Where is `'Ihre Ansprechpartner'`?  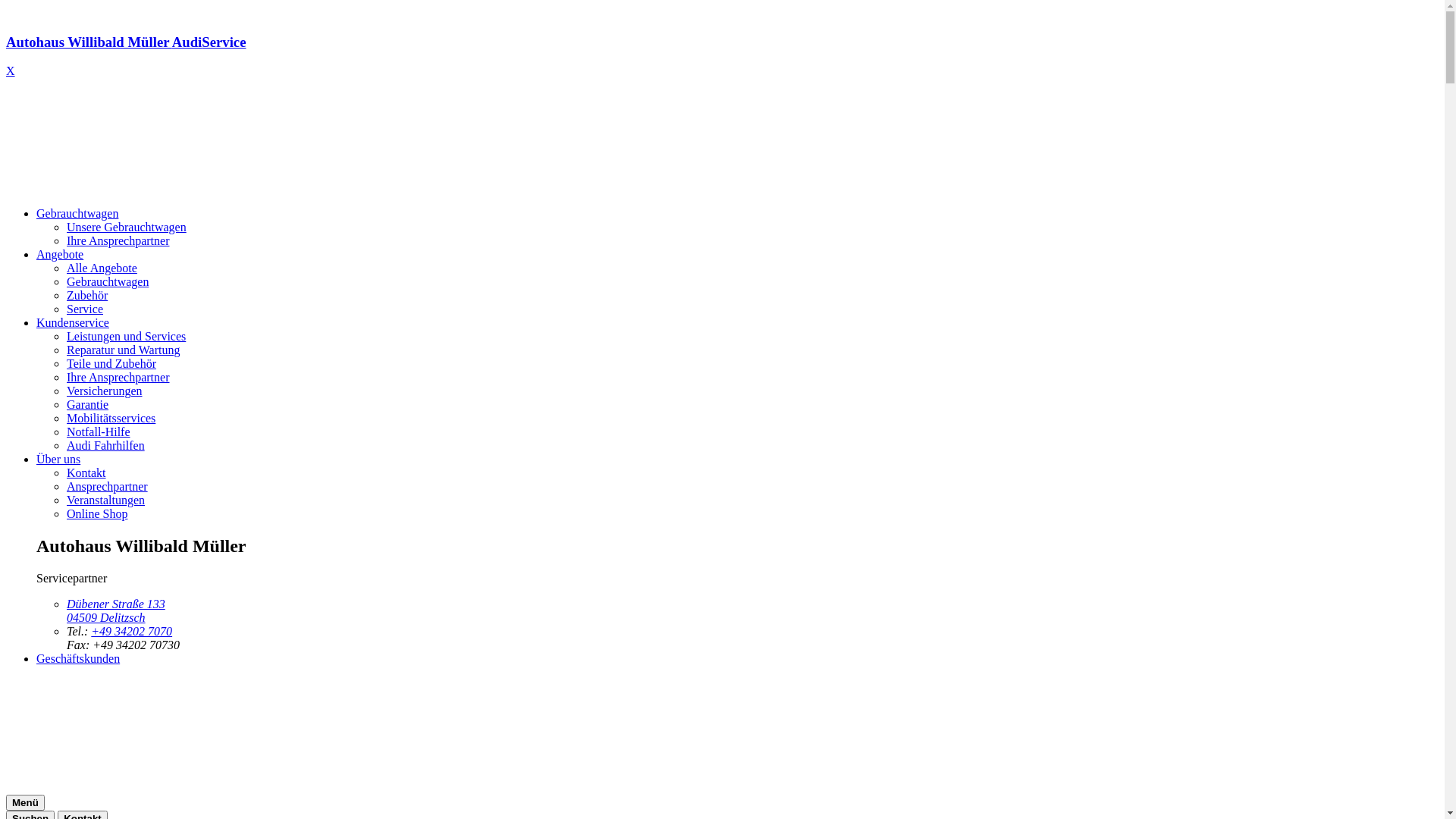
'Ihre Ansprechpartner' is located at coordinates (118, 376).